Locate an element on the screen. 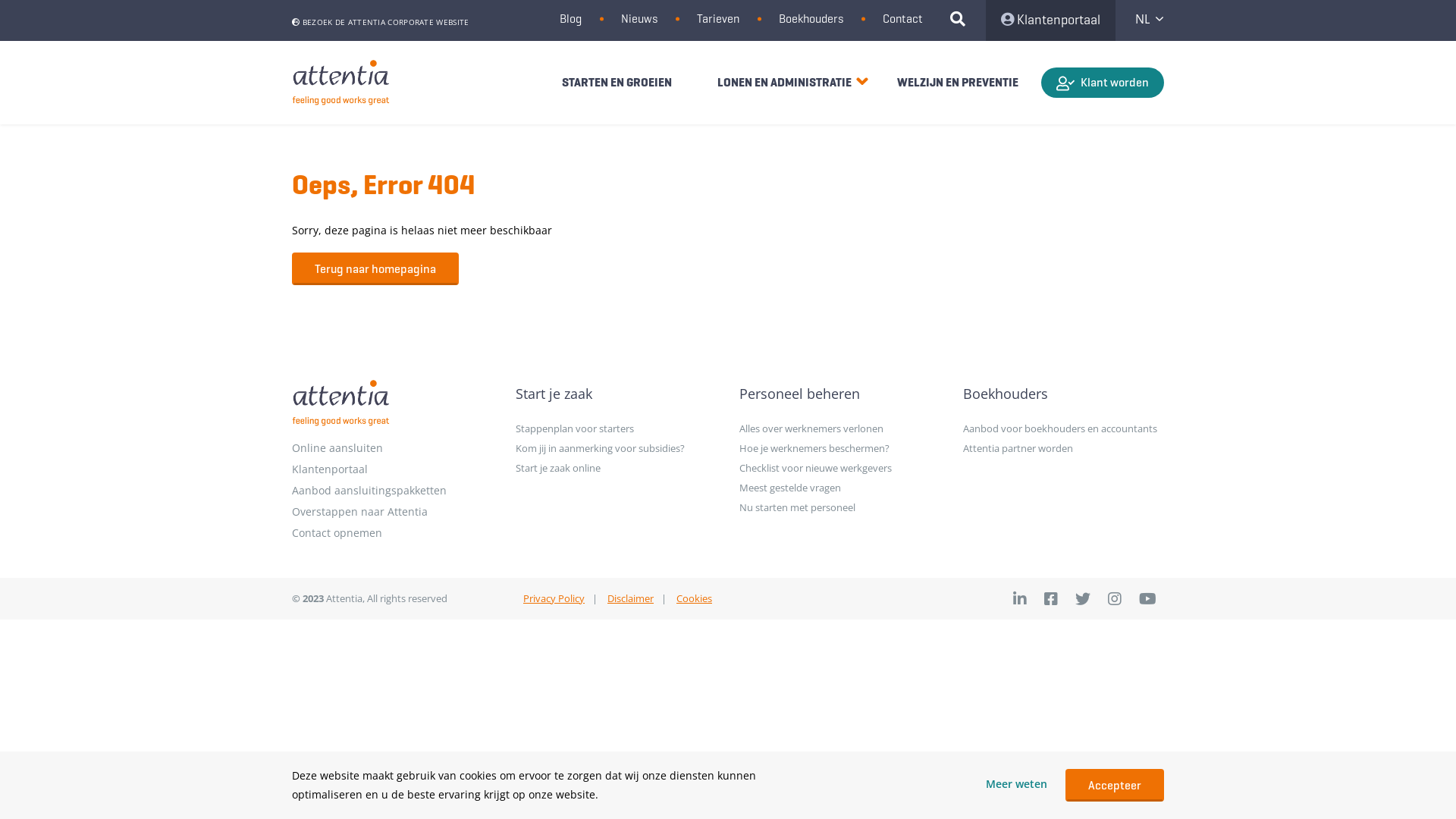 The width and height of the screenshot is (1456, 819). 'LONEN EN ADMINISTRATIE' is located at coordinates (784, 82).